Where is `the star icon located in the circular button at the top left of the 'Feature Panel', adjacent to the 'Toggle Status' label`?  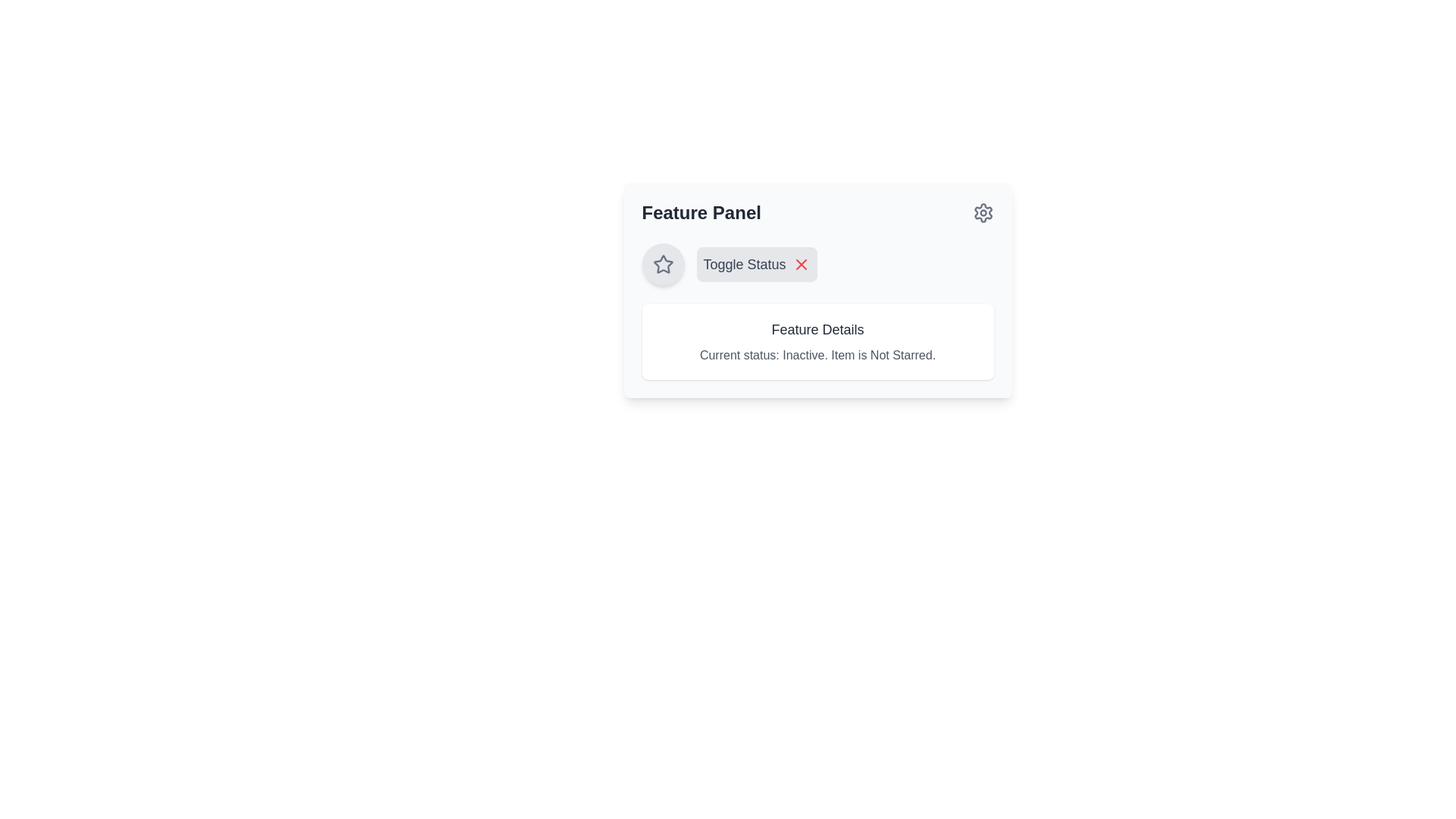
the star icon located in the circular button at the top left of the 'Feature Panel', adjacent to the 'Toggle Status' label is located at coordinates (663, 263).